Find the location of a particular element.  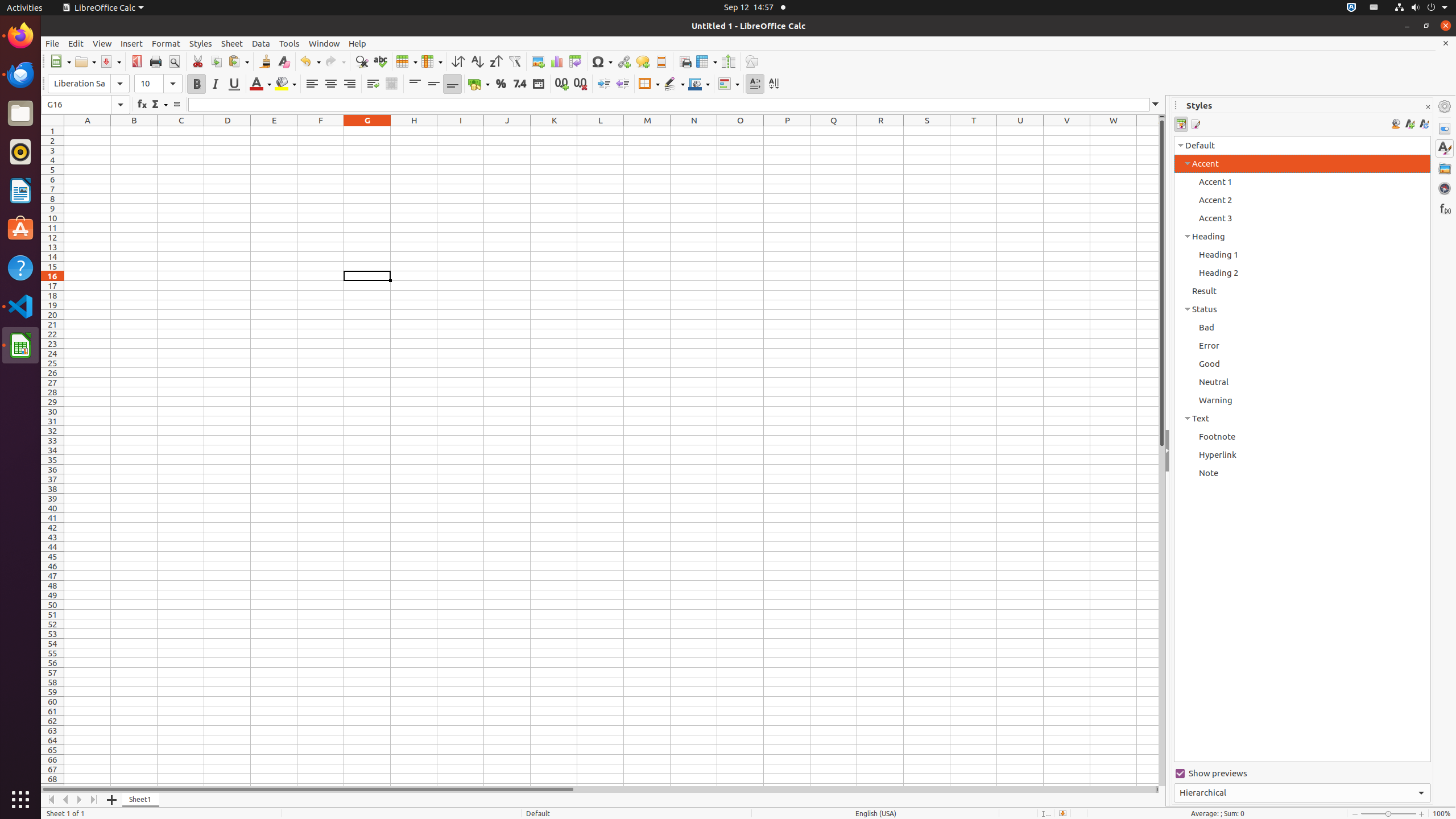

'Undo' is located at coordinates (310, 61).